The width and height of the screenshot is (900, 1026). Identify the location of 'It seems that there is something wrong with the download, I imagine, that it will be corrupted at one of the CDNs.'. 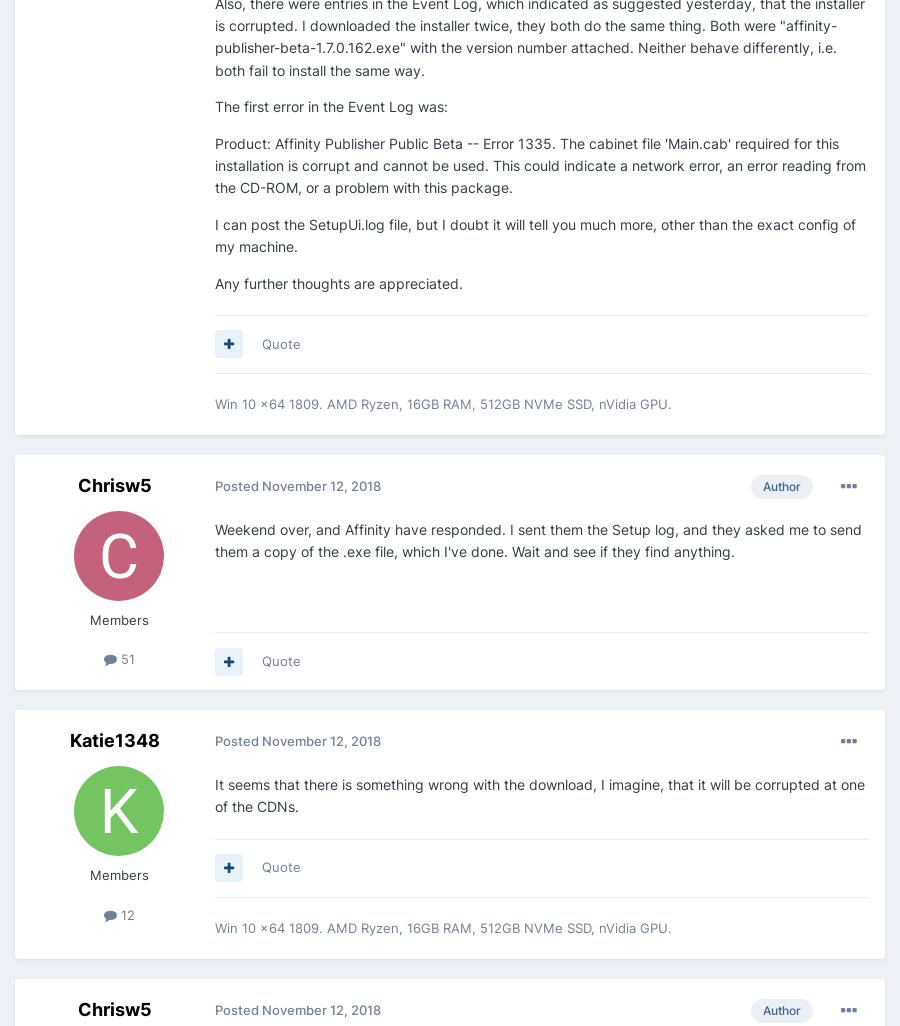
(539, 794).